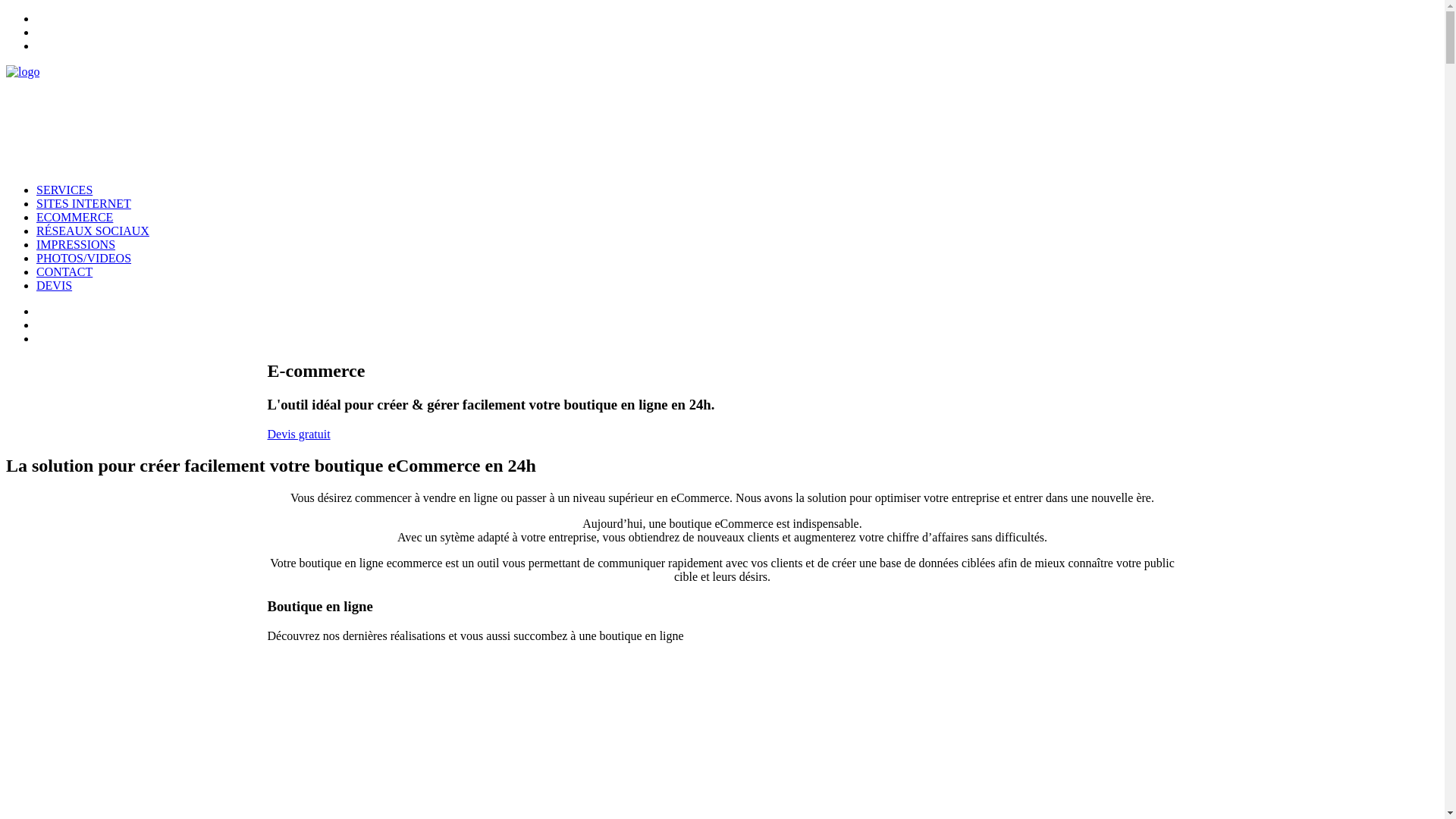 This screenshot has width=1456, height=819. Describe the element at coordinates (64, 271) in the screenshot. I see `'CONTACT'` at that location.